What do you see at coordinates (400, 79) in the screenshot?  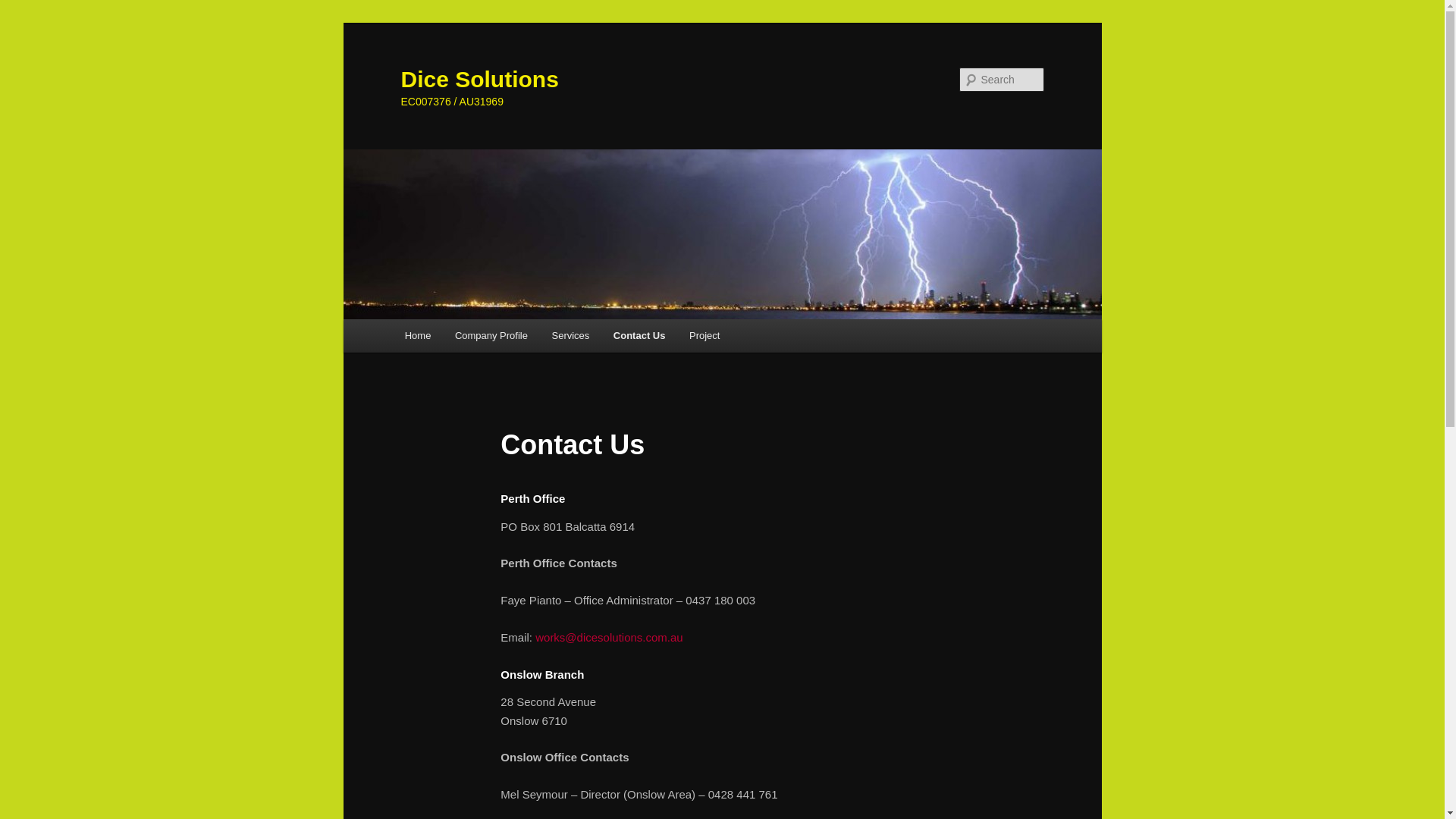 I see `'Dice Solutions'` at bounding box center [400, 79].